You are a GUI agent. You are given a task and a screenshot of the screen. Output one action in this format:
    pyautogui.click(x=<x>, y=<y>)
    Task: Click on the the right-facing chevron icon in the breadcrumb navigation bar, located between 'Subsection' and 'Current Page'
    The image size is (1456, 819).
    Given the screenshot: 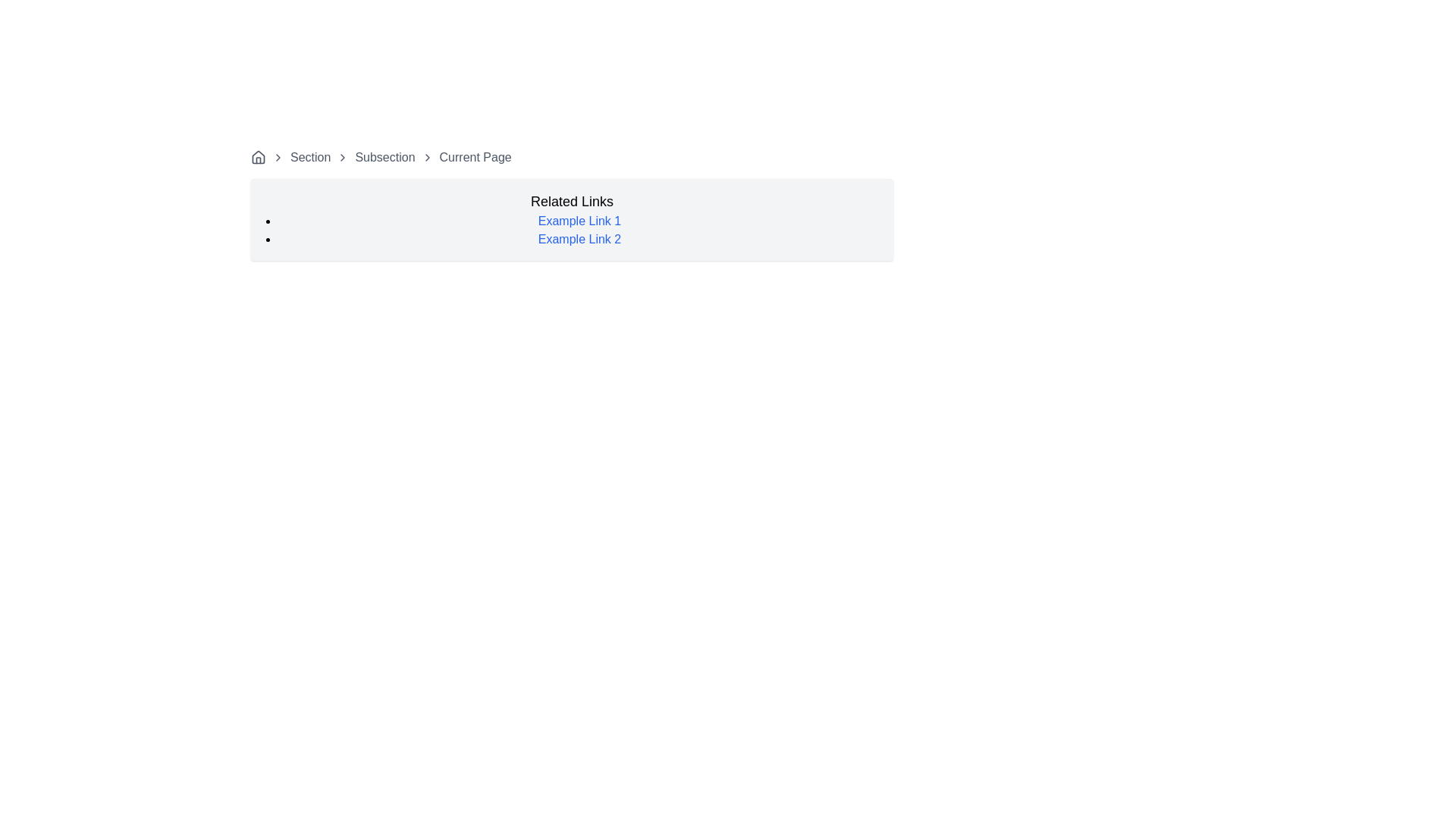 What is the action you would take?
    pyautogui.click(x=426, y=158)
    